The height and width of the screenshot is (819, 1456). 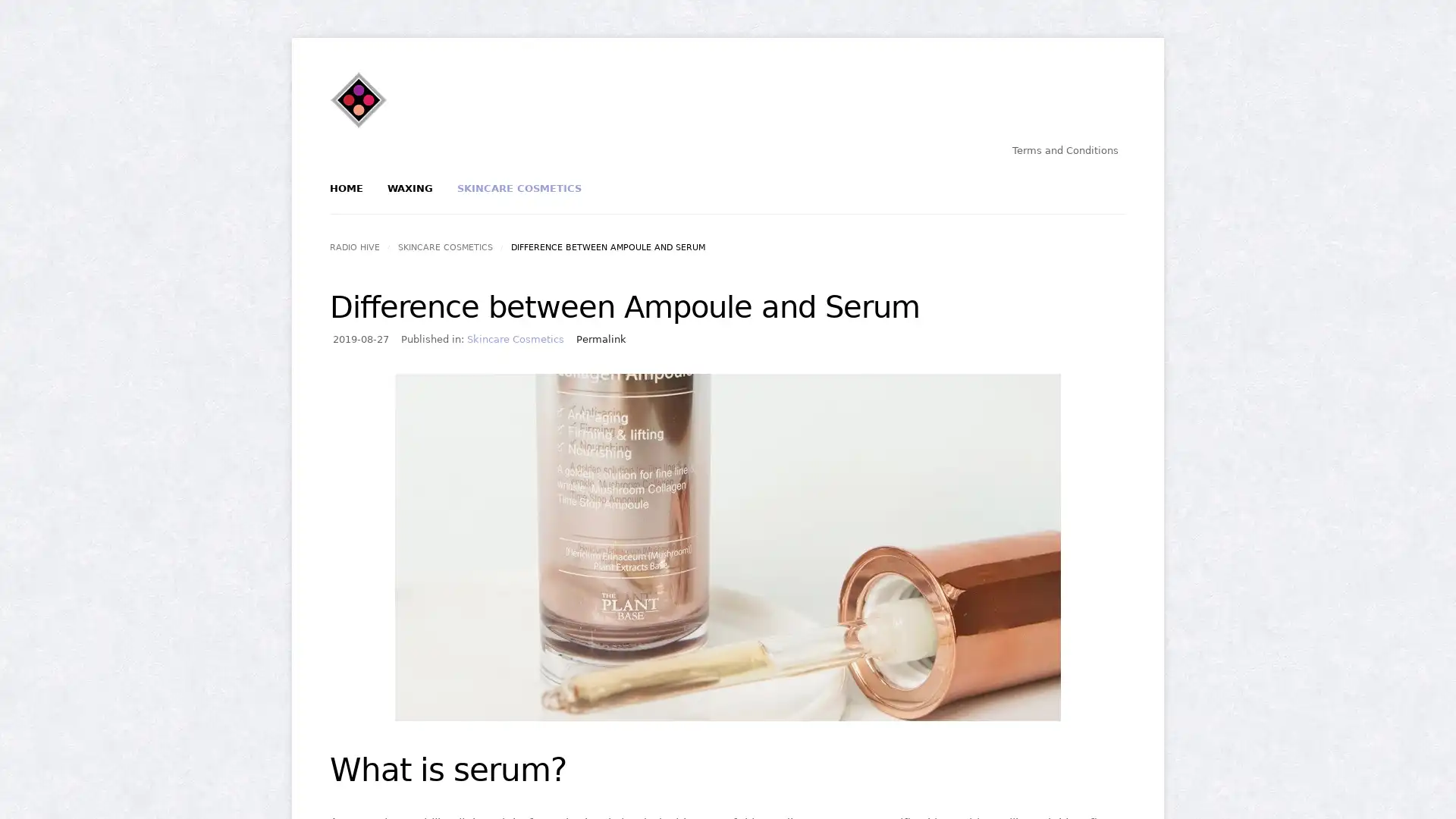 What do you see at coordinates (674, 256) in the screenshot?
I see `Log In` at bounding box center [674, 256].